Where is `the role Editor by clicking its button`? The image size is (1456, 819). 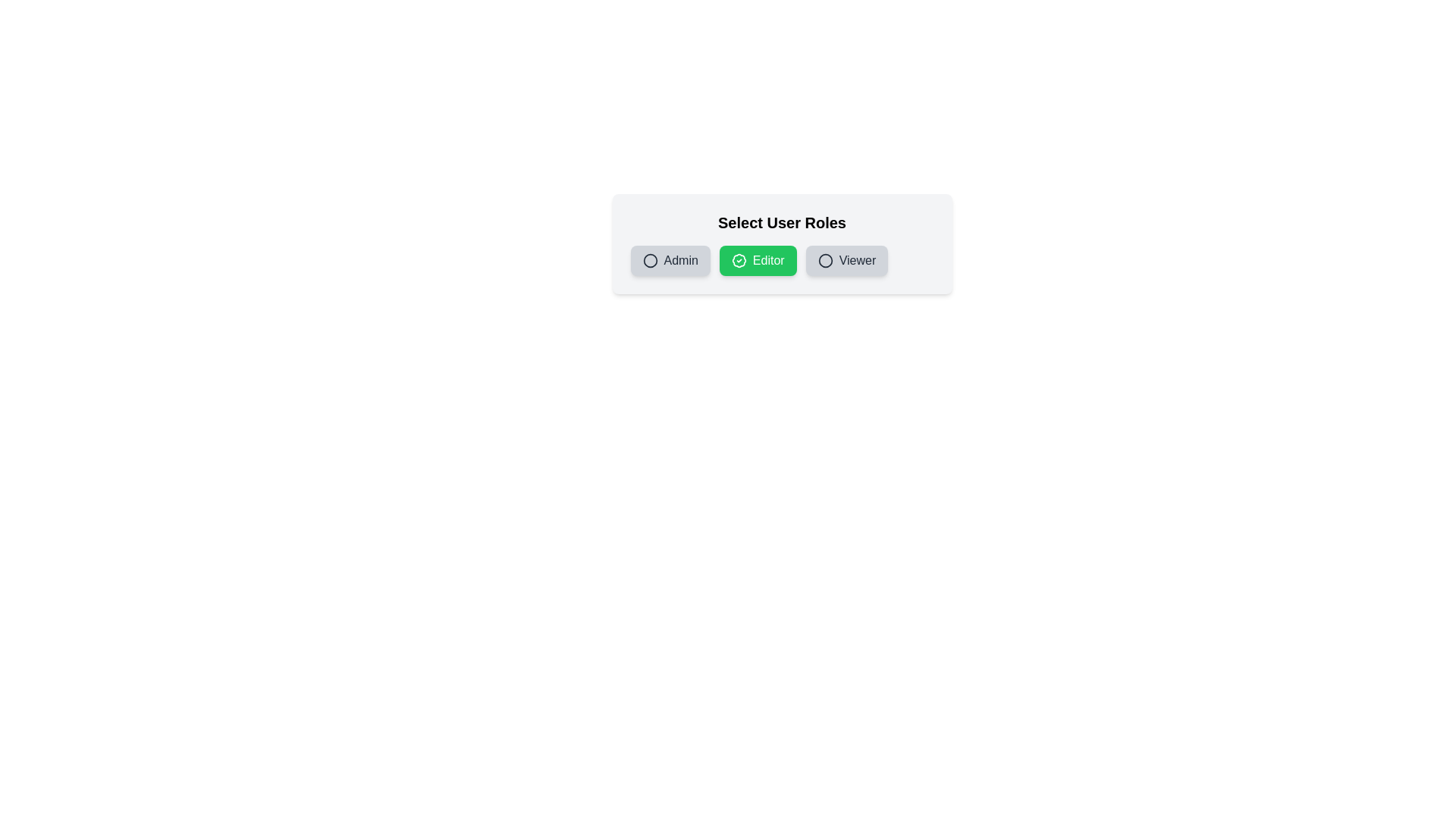
the role Editor by clicking its button is located at coordinates (758, 259).